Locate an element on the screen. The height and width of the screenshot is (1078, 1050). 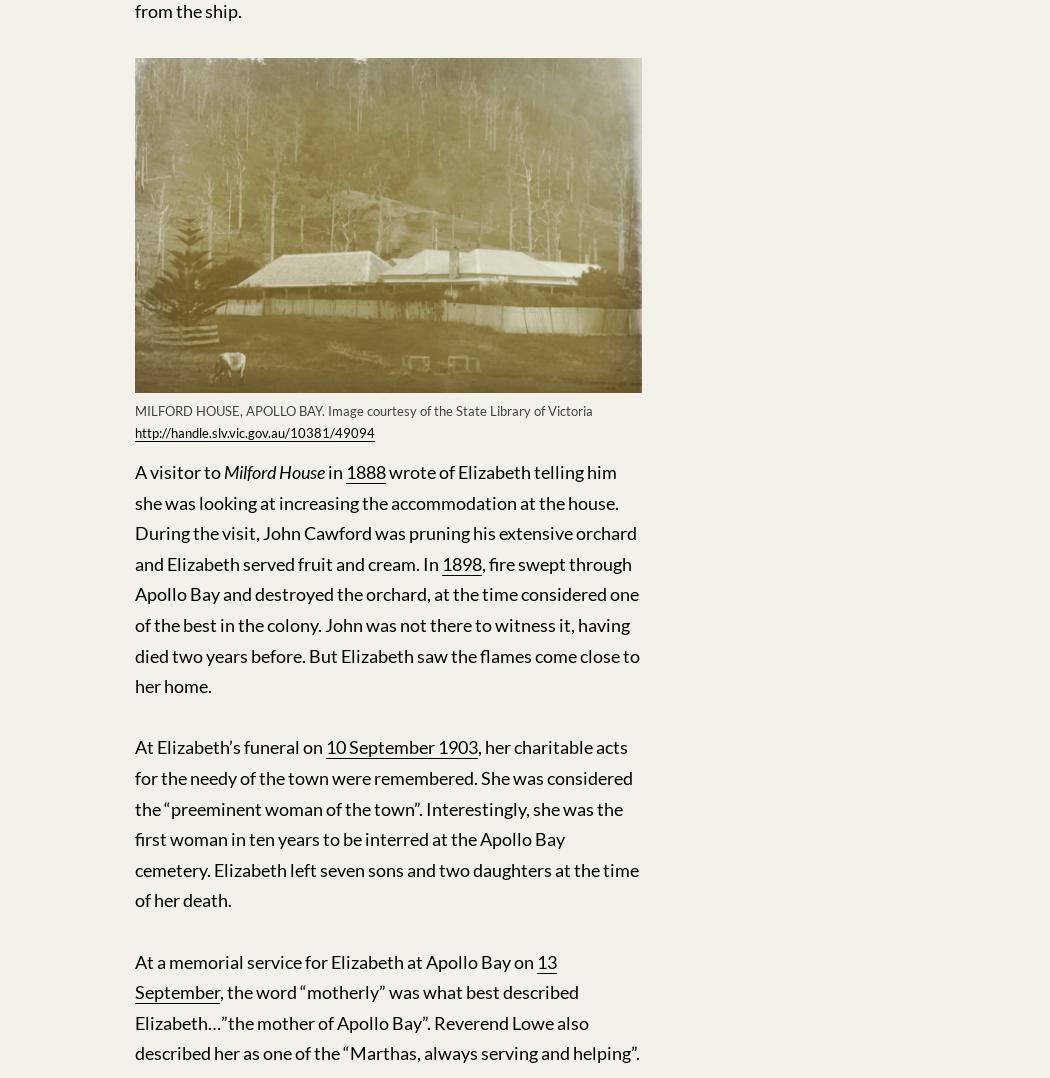
'1898' is located at coordinates (462, 562).